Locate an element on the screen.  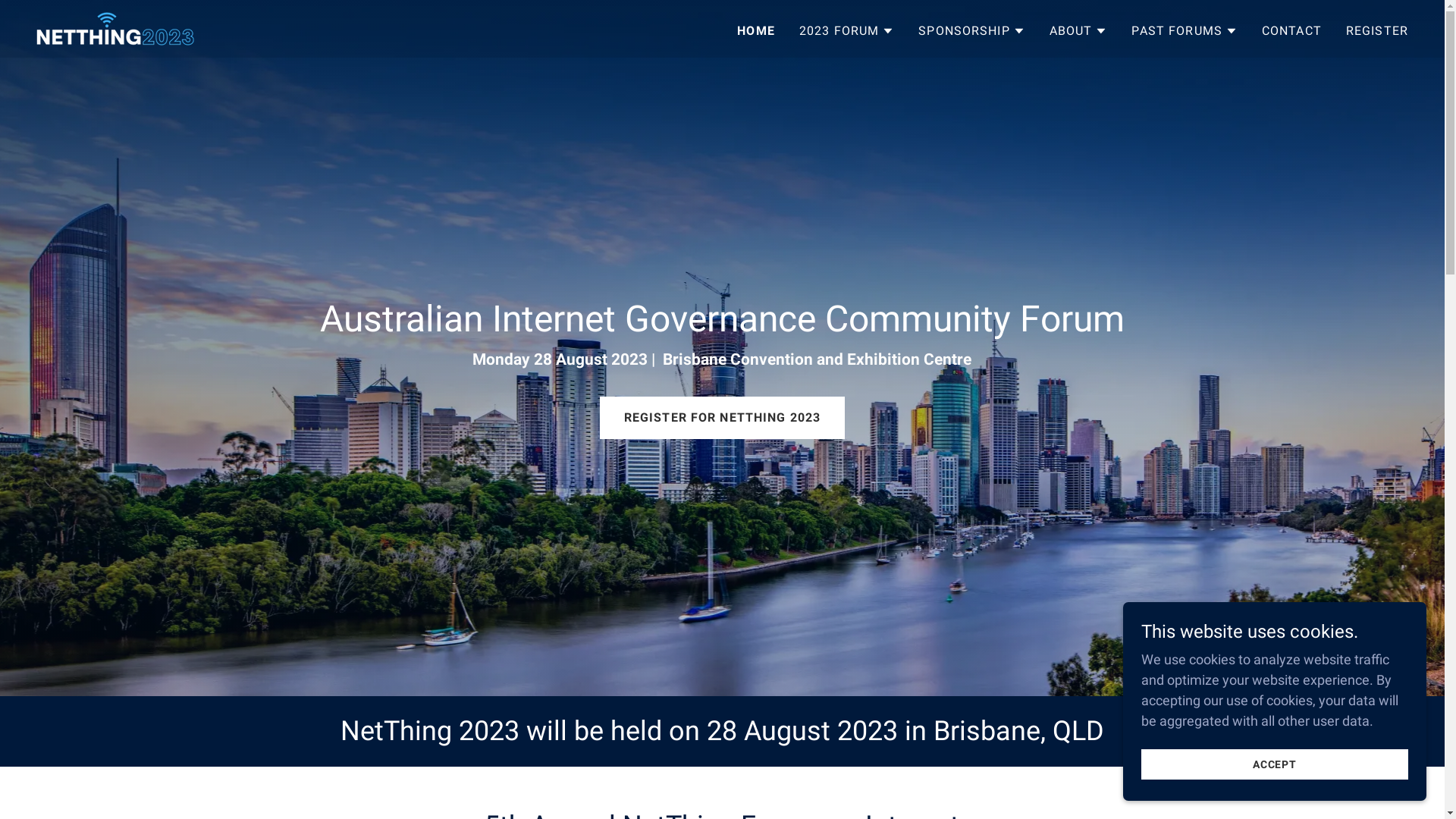
'PAST FORUMS' is located at coordinates (1183, 30).